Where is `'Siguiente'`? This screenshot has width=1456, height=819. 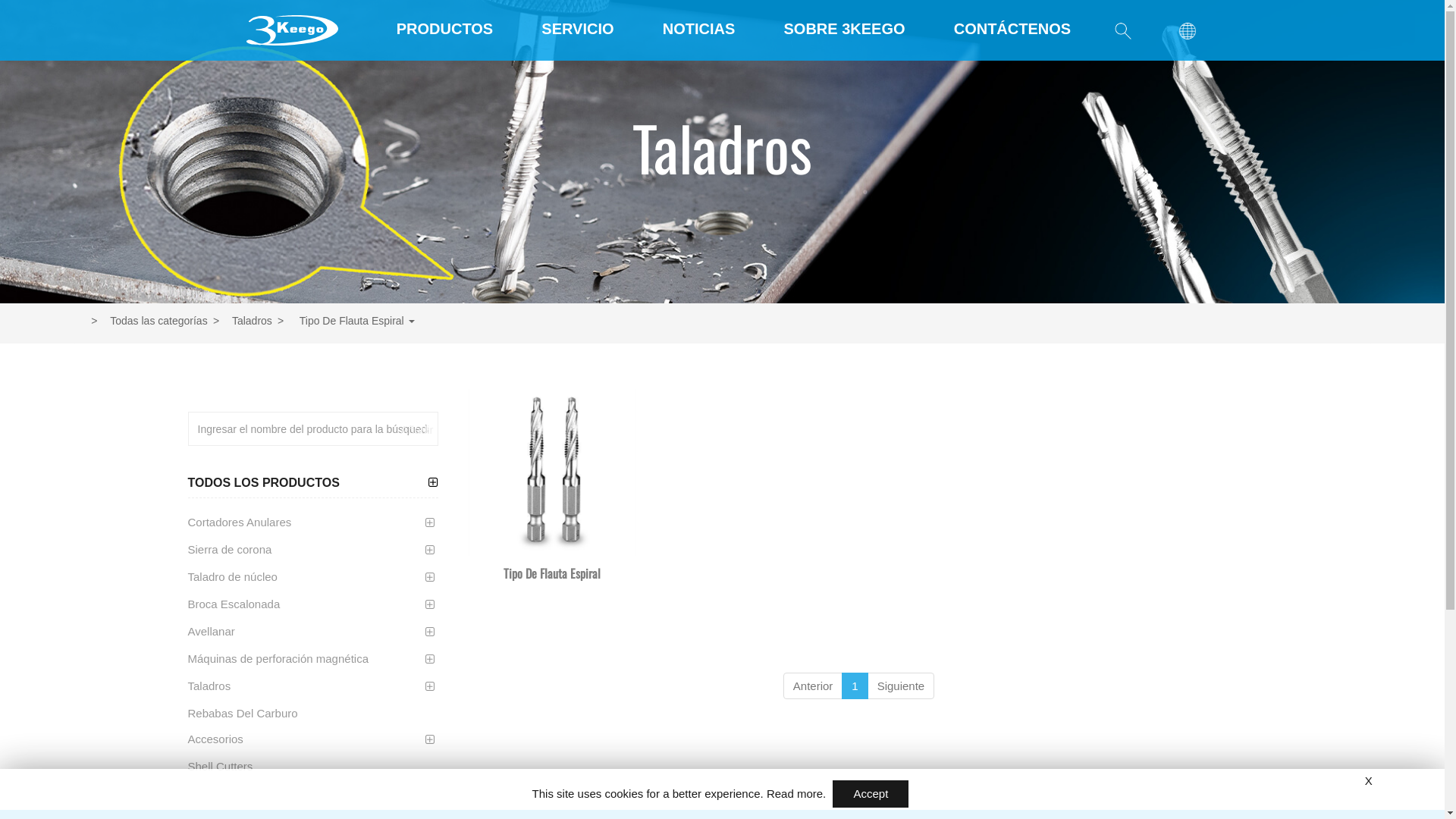
'Siguiente' is located at coordinates (901, 686).